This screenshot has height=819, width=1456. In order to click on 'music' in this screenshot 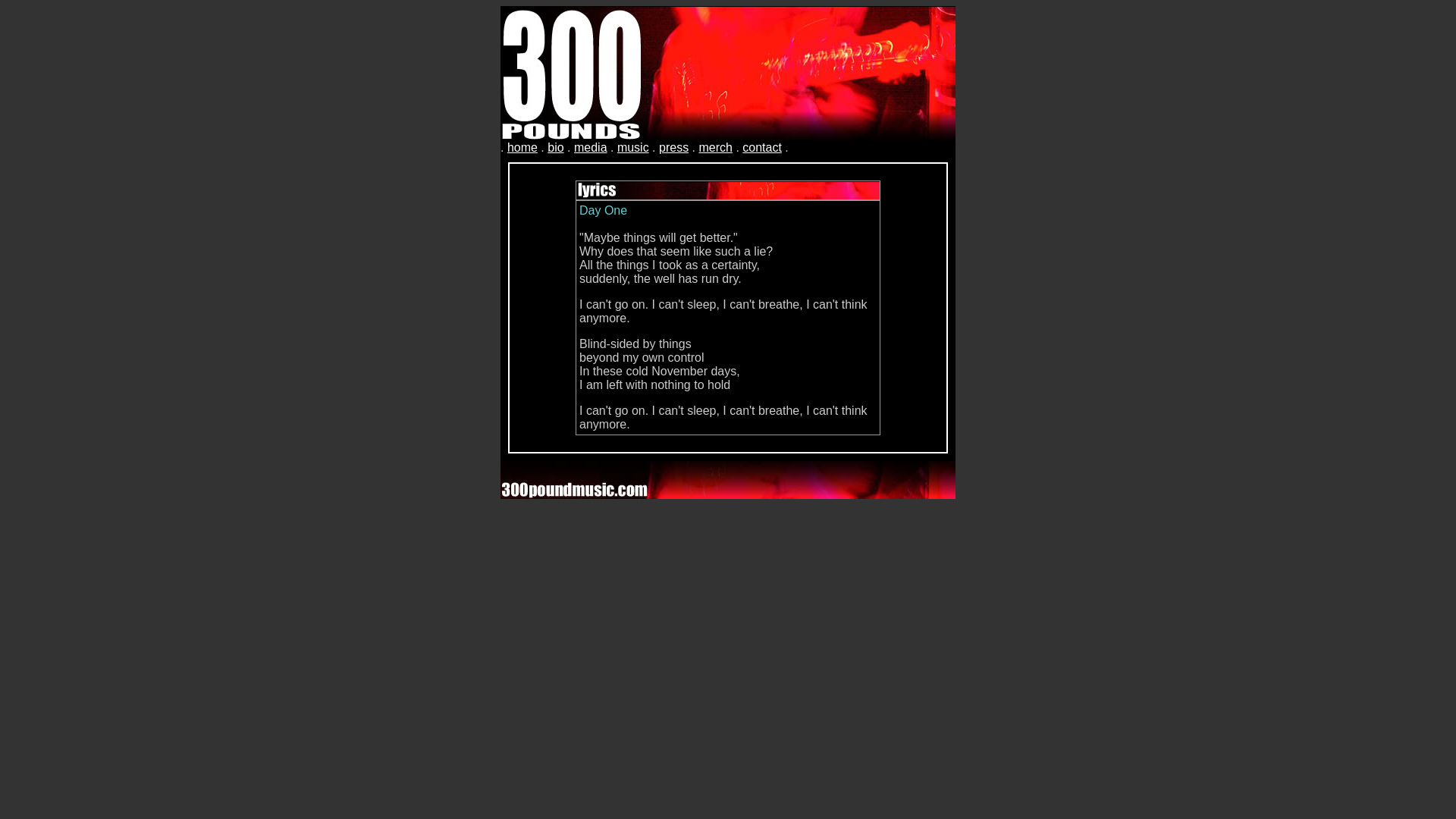, I will do `click(617, 147)`.